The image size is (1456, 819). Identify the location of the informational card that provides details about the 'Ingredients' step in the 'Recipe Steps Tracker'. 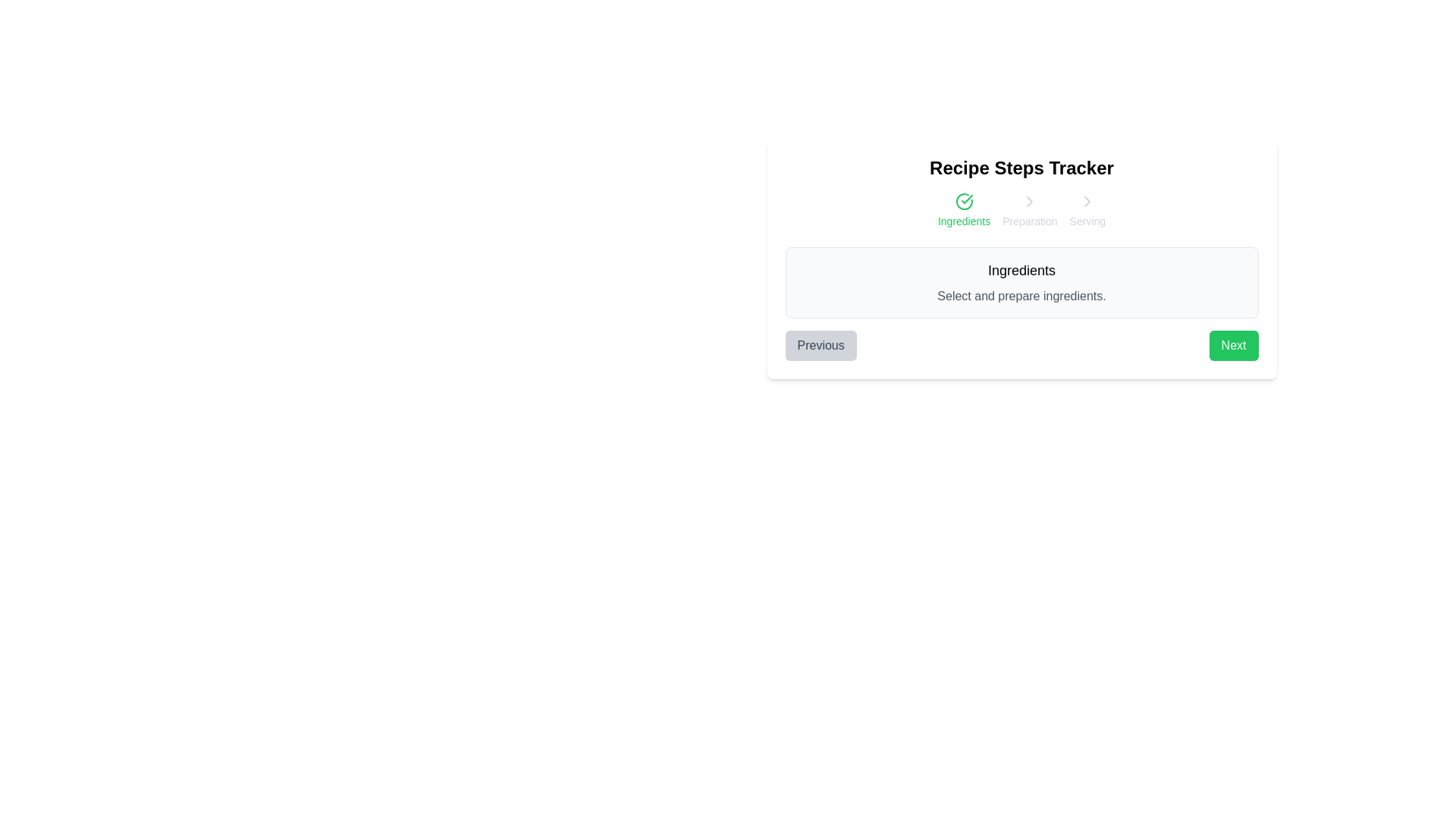
(1021, 283).